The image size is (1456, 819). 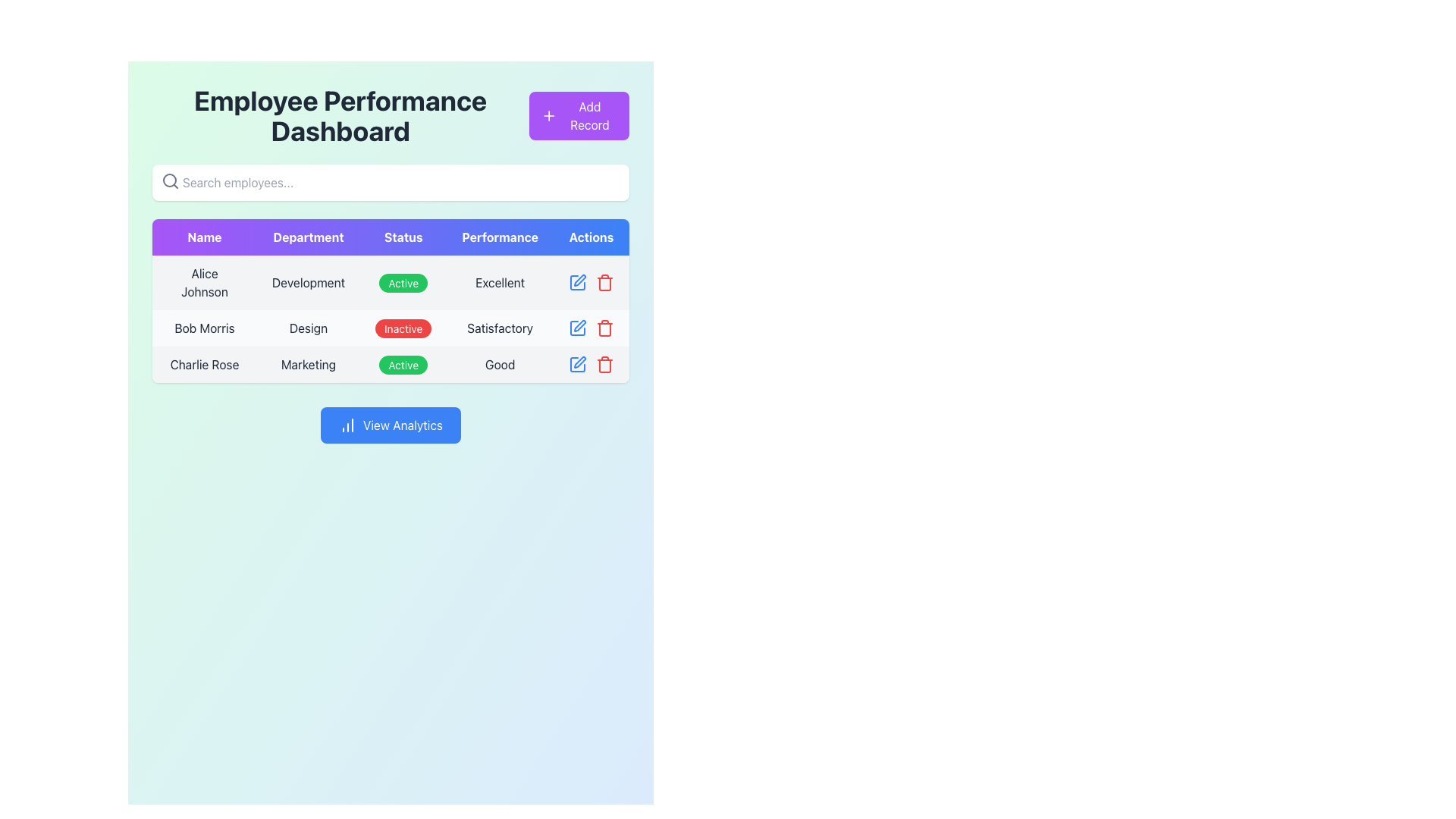 What do you see at coordinates (308, 365) in the screenshot?
I see `the table cell displaying the department 'Marketing' for employee 'Charlie Rose' in the second column of the table` at bounding box center [308, 365].